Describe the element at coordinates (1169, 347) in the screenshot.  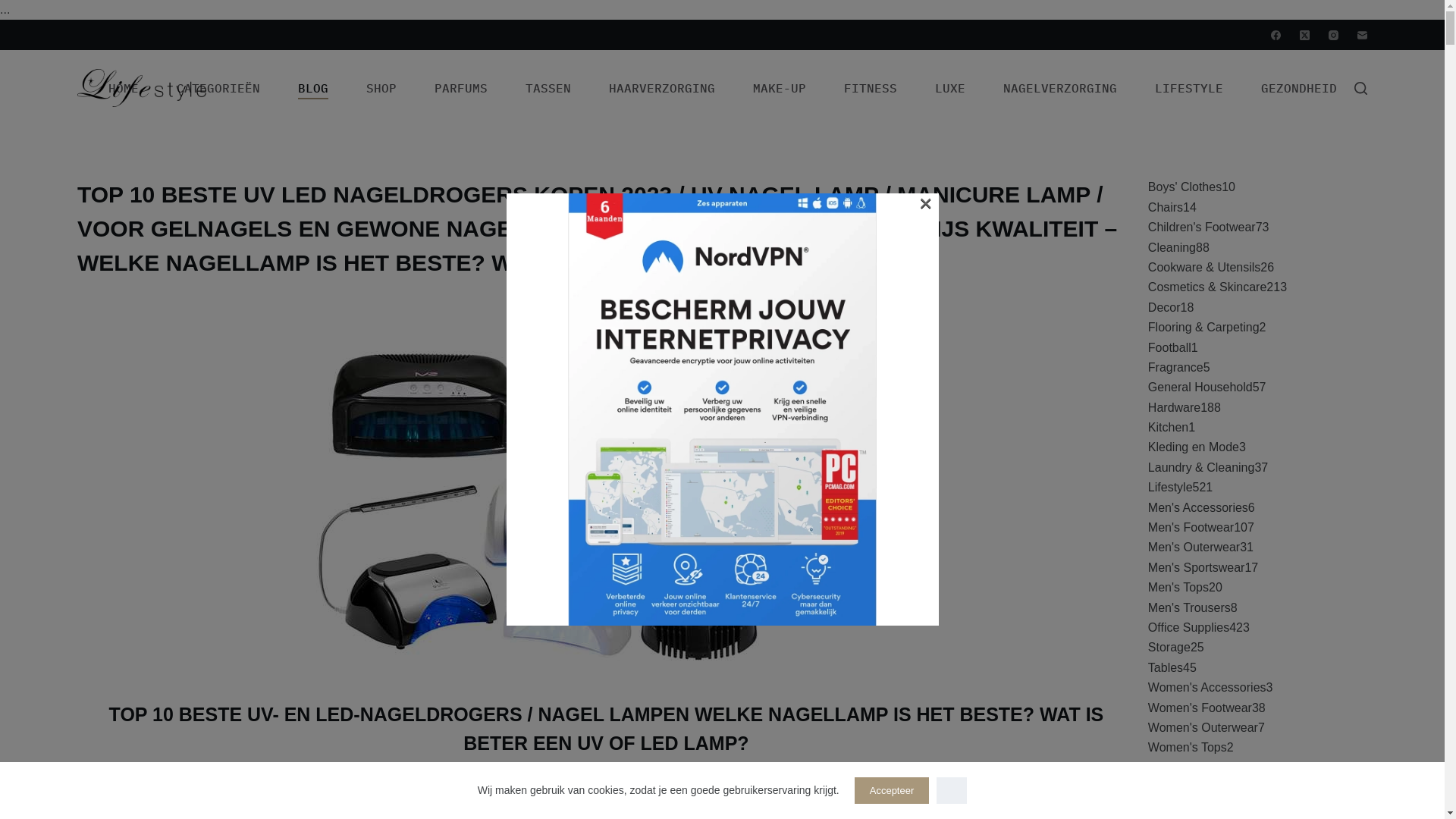
I see `'Football'` at that location.